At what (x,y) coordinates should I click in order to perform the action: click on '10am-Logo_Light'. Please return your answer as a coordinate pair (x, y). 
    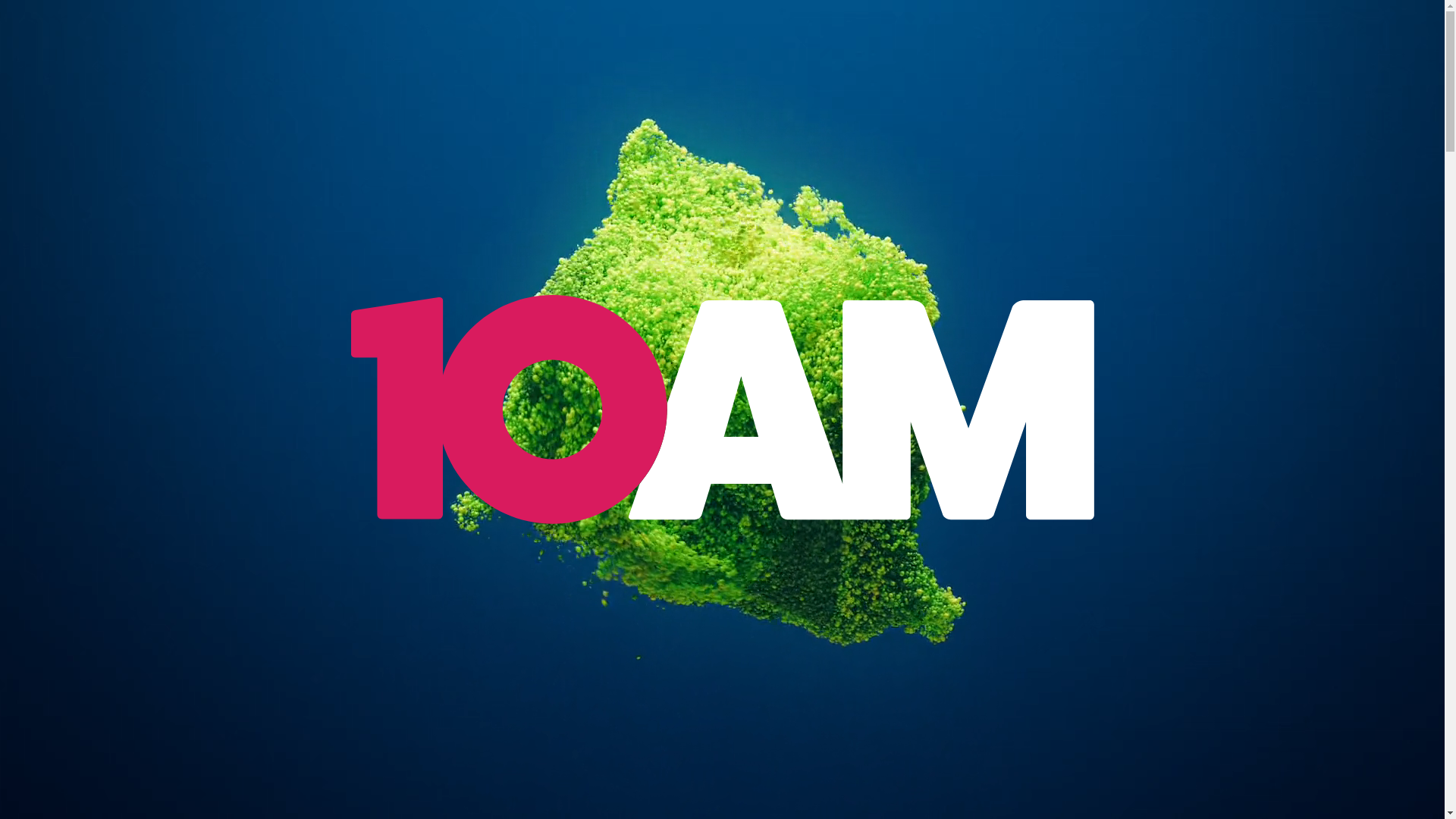
    Looking at the image, I should click on (720, 409).